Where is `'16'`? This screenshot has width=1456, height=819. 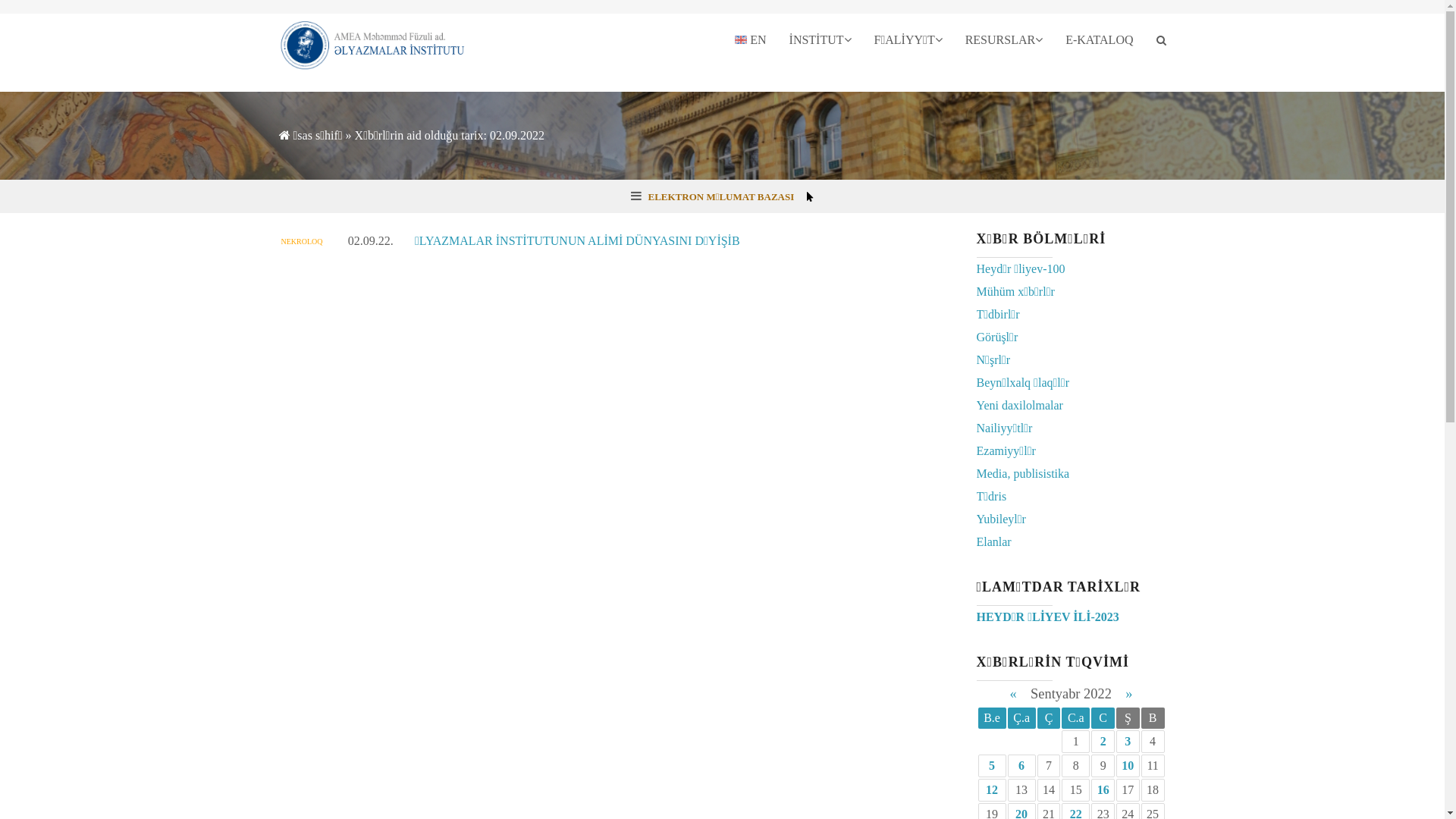
'16' is located at coordinates (1103, 789).